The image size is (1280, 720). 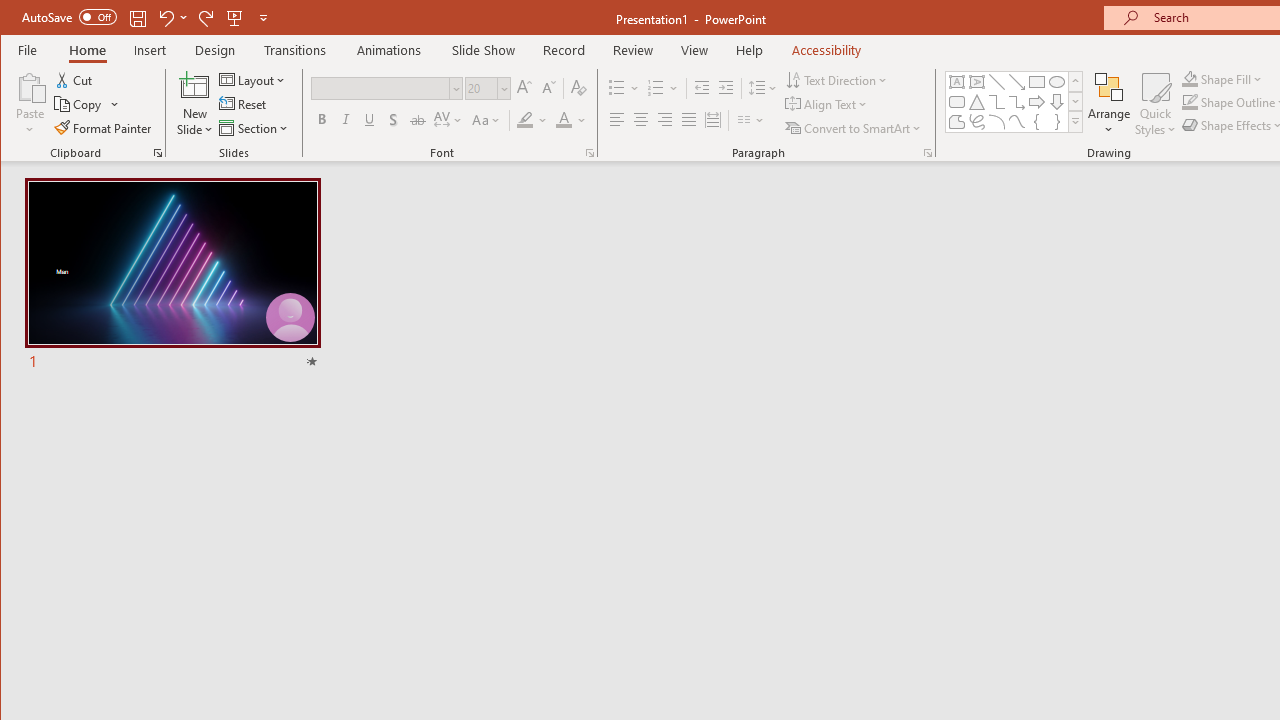 What do you see at coordinates (763, 87) in the screenshot?
I see `'Line Spacing'` at bounding box center [763, 87].